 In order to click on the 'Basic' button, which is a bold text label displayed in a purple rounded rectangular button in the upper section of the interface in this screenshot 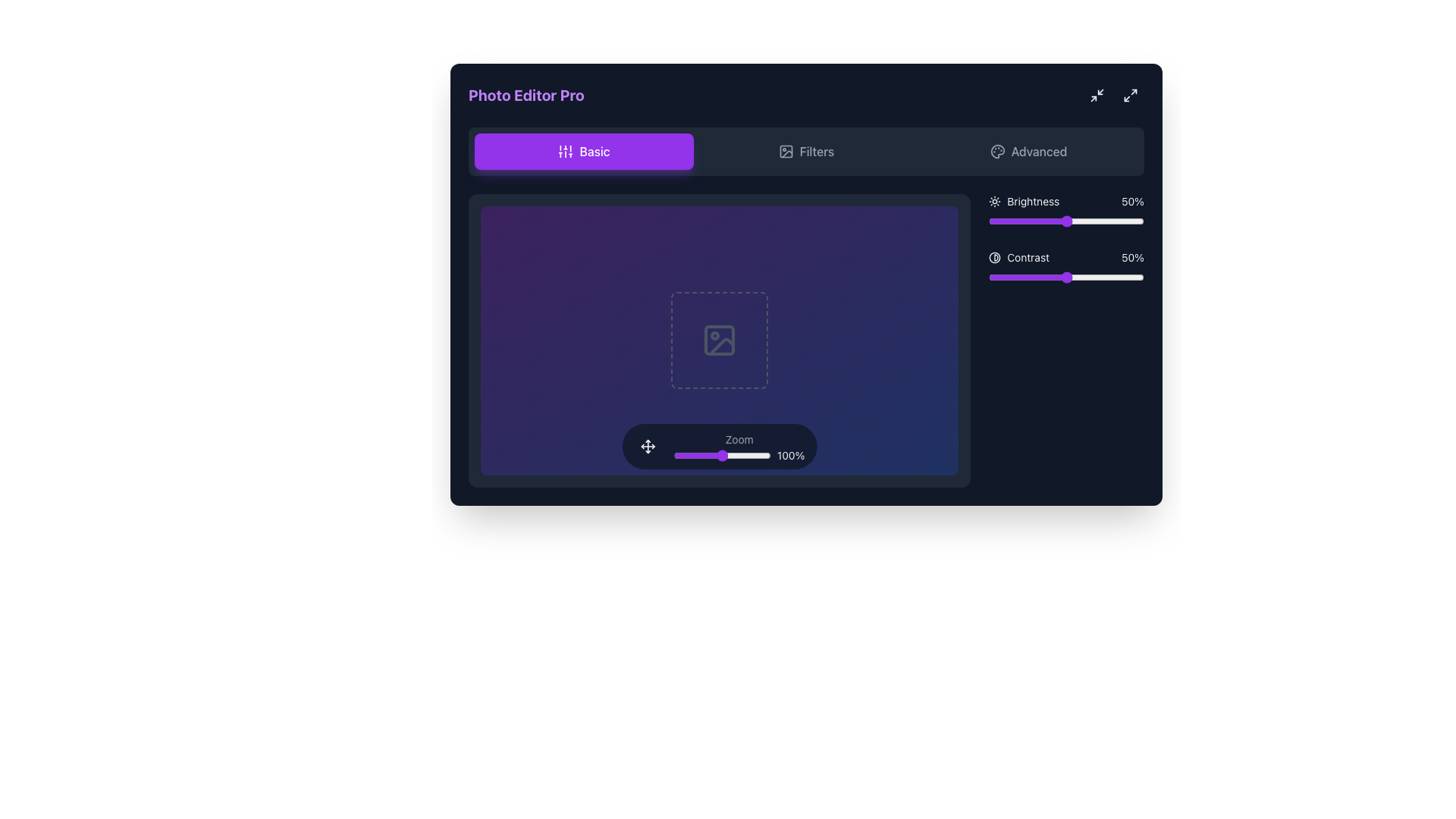, I will do `click(593, 152)`.